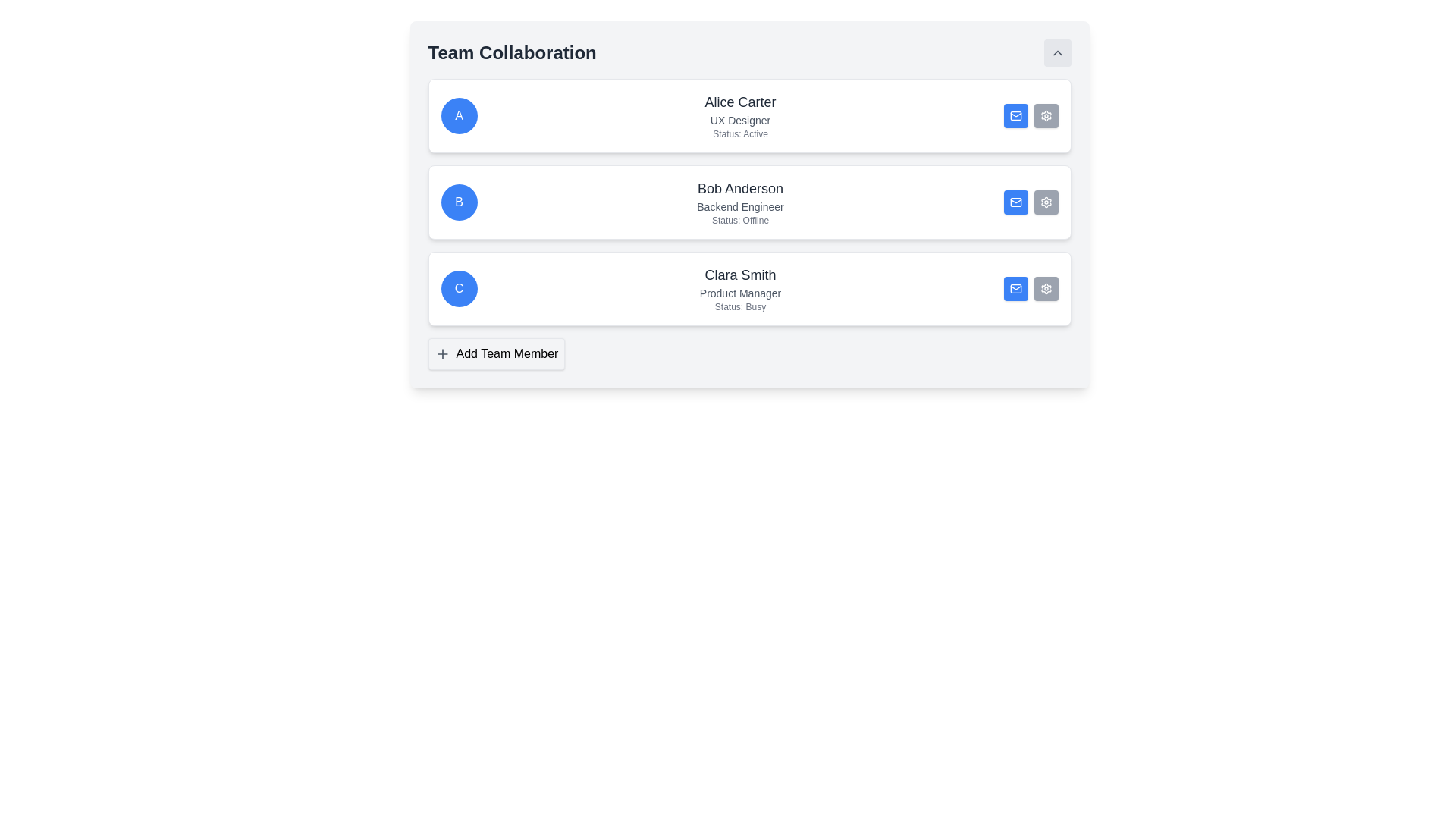 This screenshot has width=1456, height=819. I want to click on the 'Add Team Member' button located at the bottom of the 'Team Collaboration' section, so click(496, 353).